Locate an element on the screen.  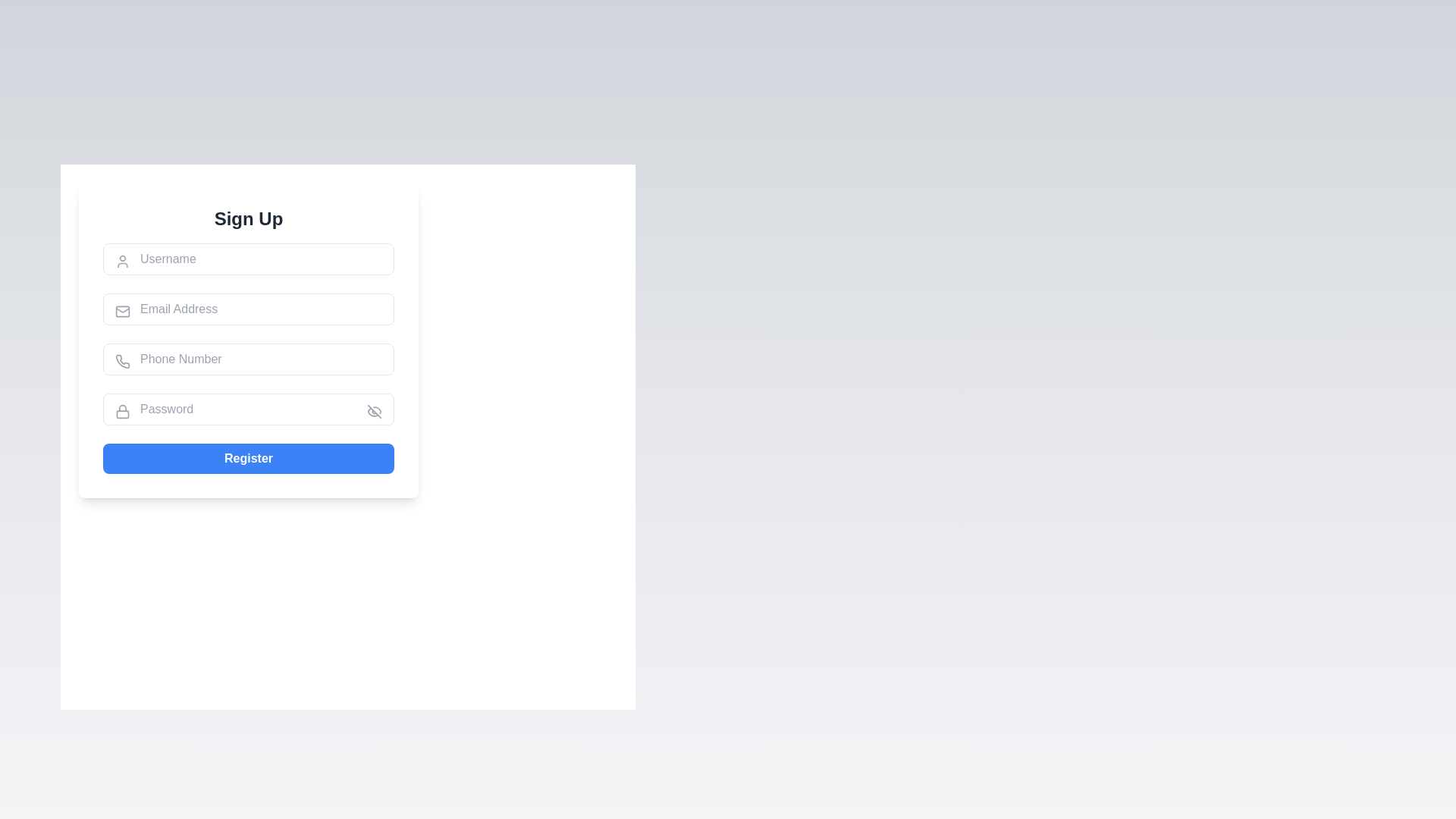
the submit button for the sign-up form, which is located at the bottom of the input fields to change its background color is located at coordinates (248, 458).